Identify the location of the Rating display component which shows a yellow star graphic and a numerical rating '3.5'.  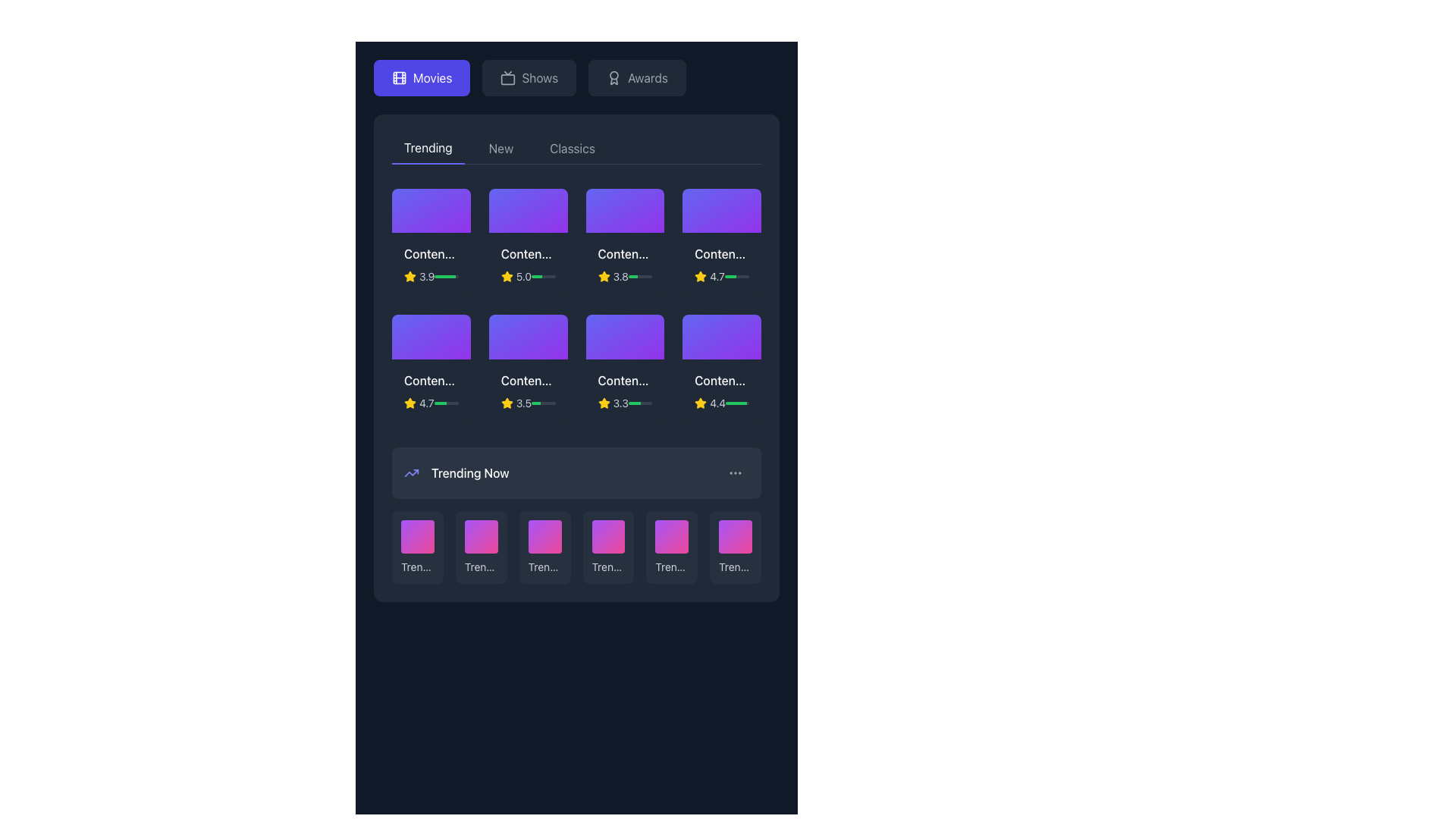
(516, 402).